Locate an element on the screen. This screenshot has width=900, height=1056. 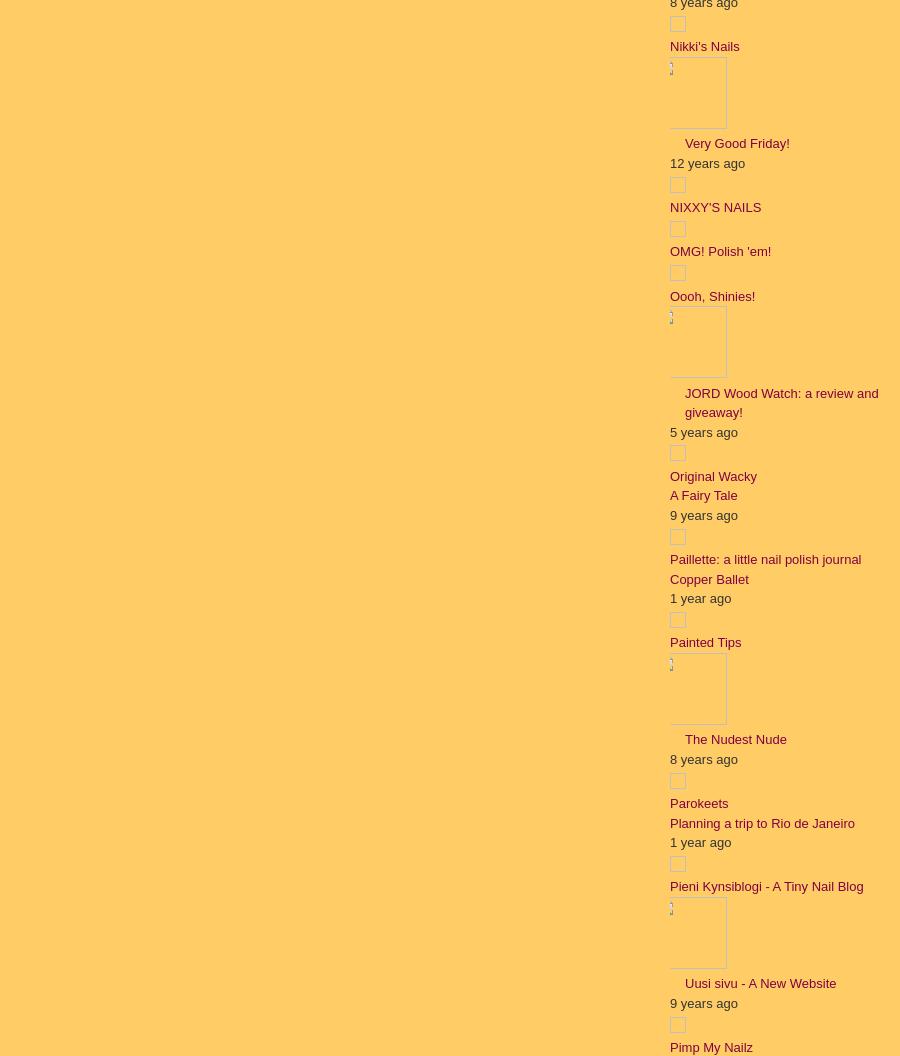
'Nikki's Nails' is located at coordinates (703, 46).